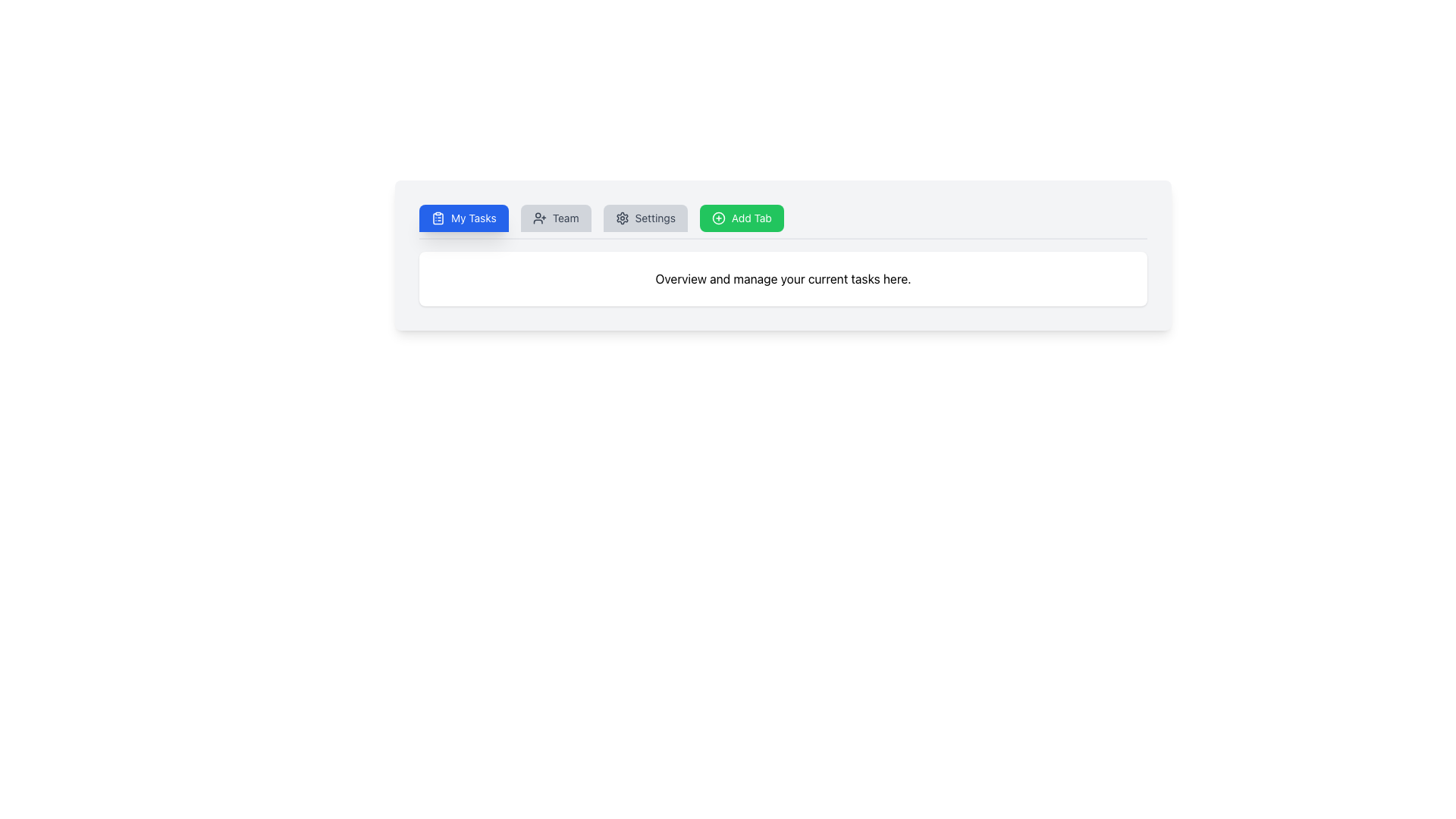 The height and width of the screenshot is (819, 1456). I want to click on the gear-shaped icon within the 'Settings' button located in the top center of the interface, so click(622, 218).